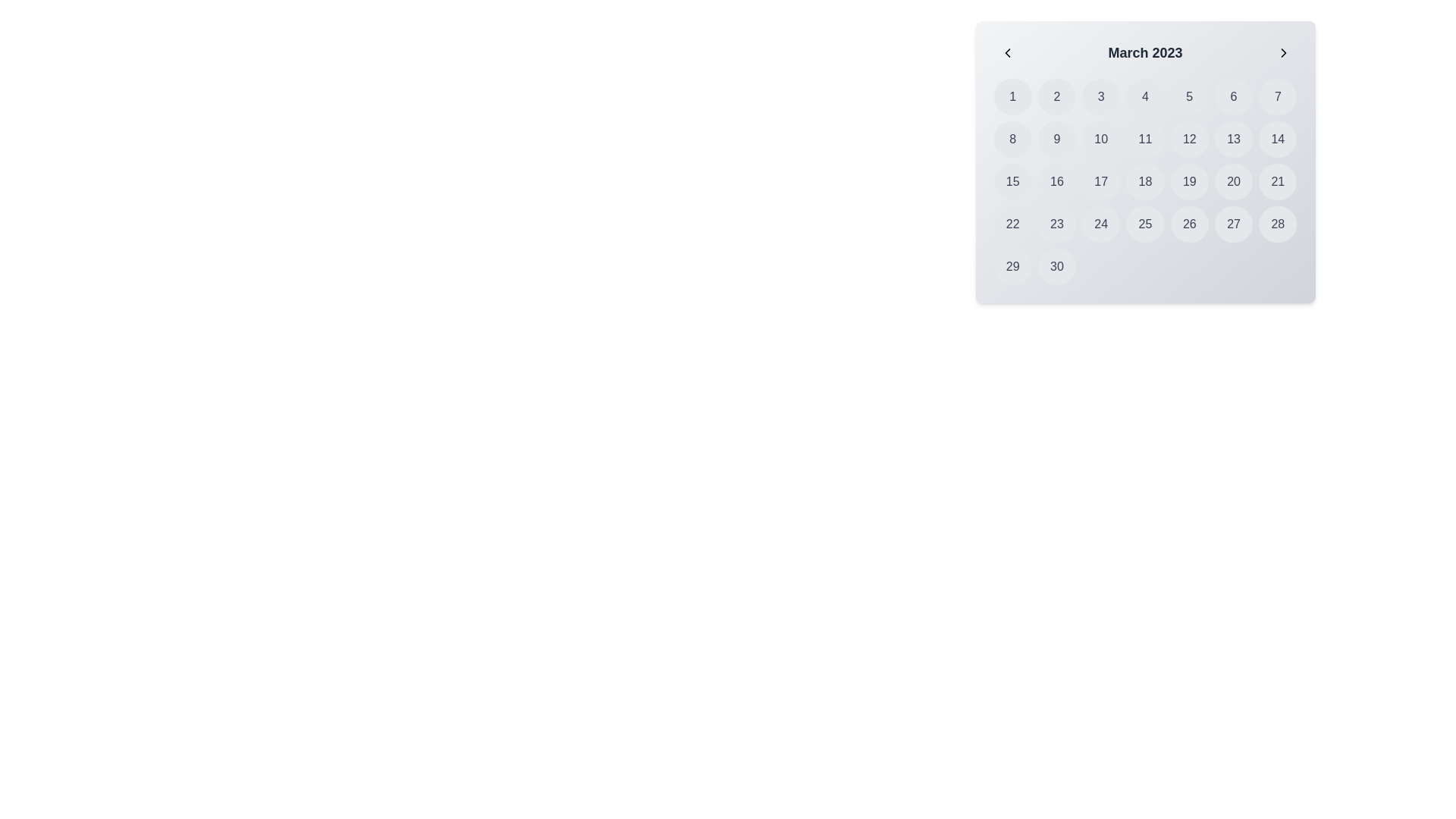 The width and height of the screenshot is (1456, 819). Describe the element at coordinates (1282, 52) in the screenshot. I see `the right-facing chevron icon button located in the top-right corner of the calendar interface, directly to the right of the 'March 2023' label, using keyboard navigation for accessibility options` at that location.